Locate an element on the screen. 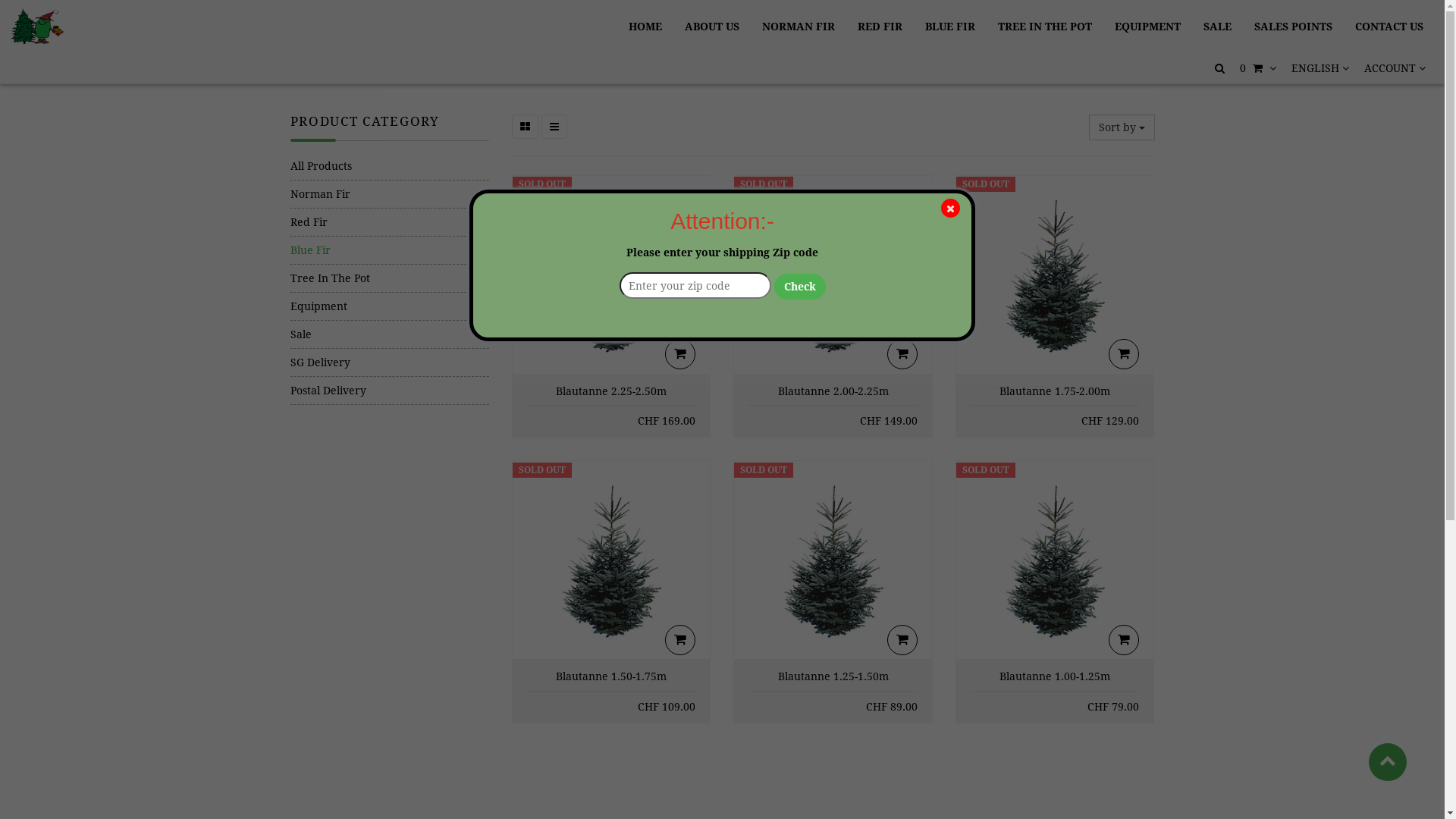  'HOME' is located at coordinates (645, 26).